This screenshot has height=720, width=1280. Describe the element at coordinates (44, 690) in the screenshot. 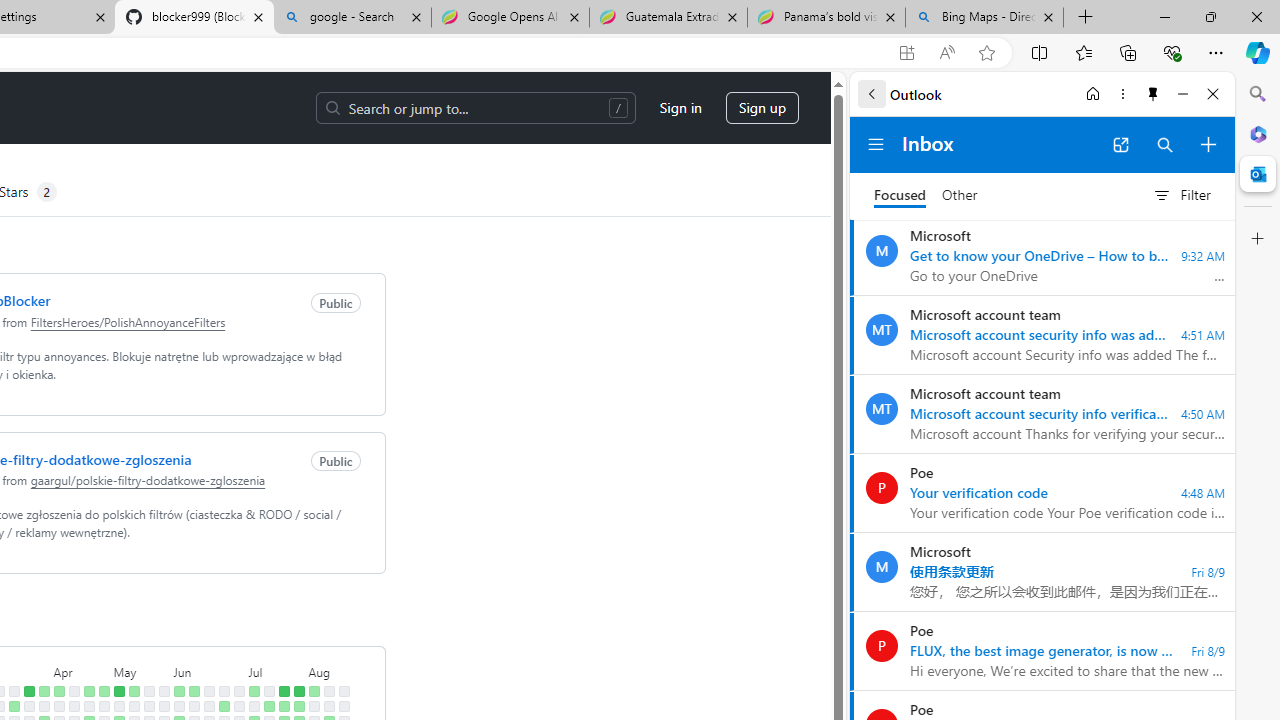

I see `'1 contribution on March 31st.'` at that location.